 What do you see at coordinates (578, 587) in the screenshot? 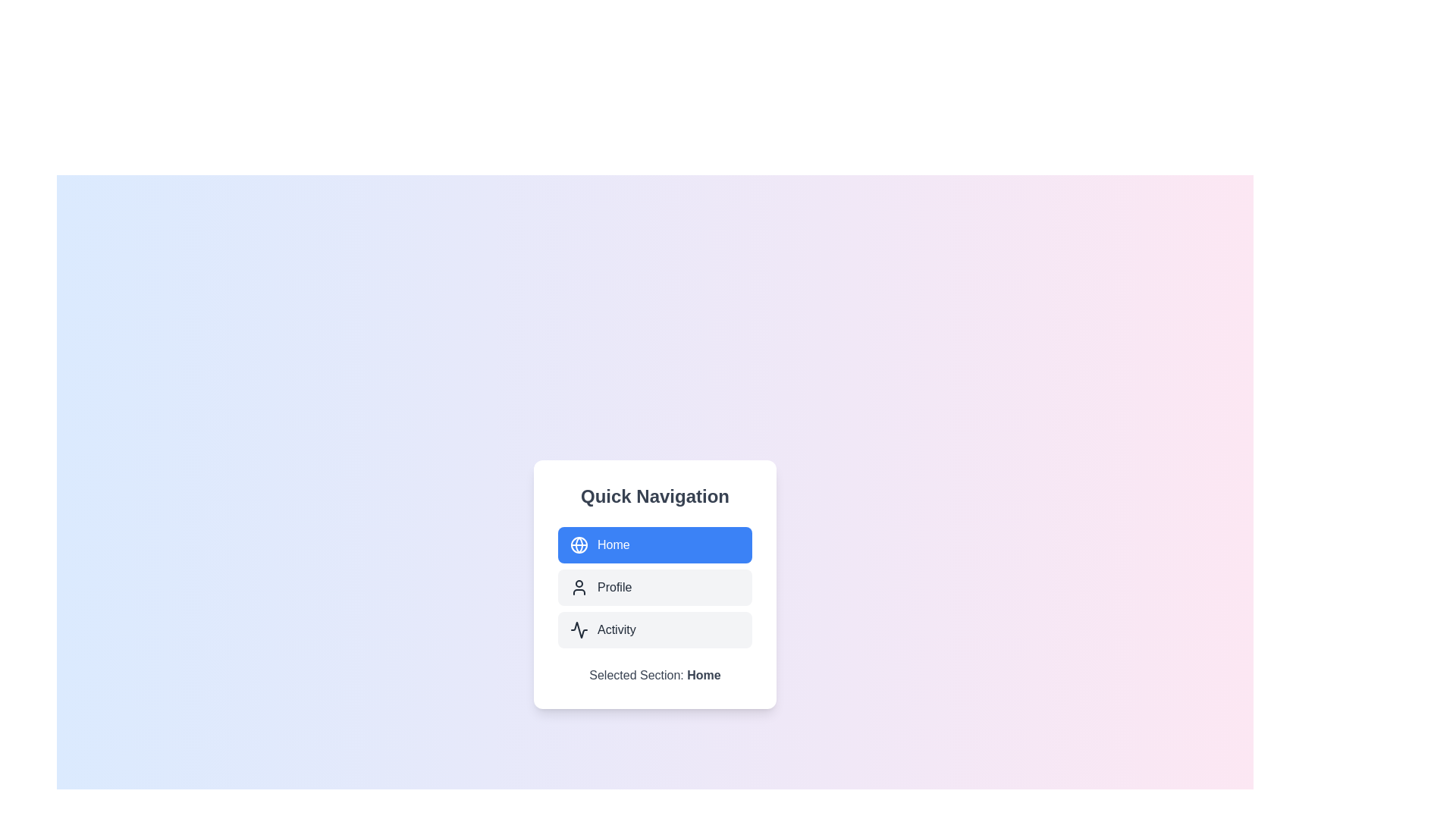
I see `the user profile icon, which is a silhouette of a person with a circular head and rounded body, located to the left of the 'Profile' text in a clickable navigation button` at bounding box center [578, 587].